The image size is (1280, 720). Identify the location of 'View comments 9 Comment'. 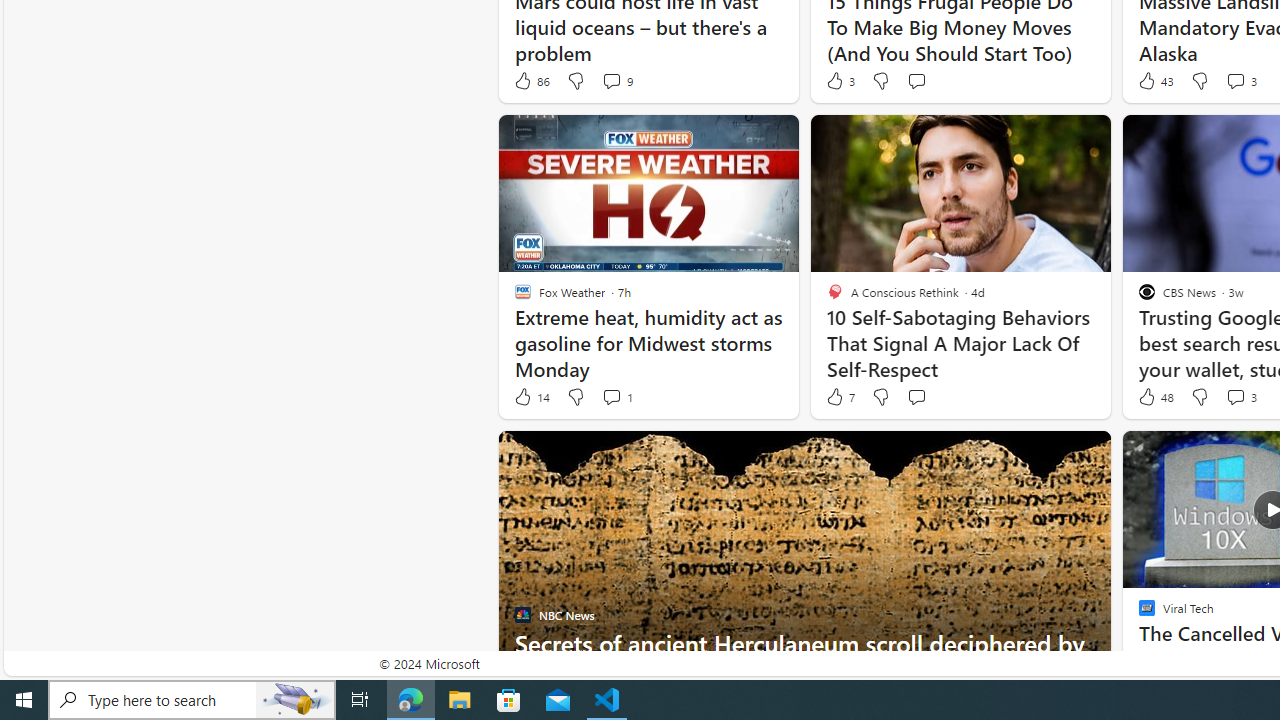
(610, 80).